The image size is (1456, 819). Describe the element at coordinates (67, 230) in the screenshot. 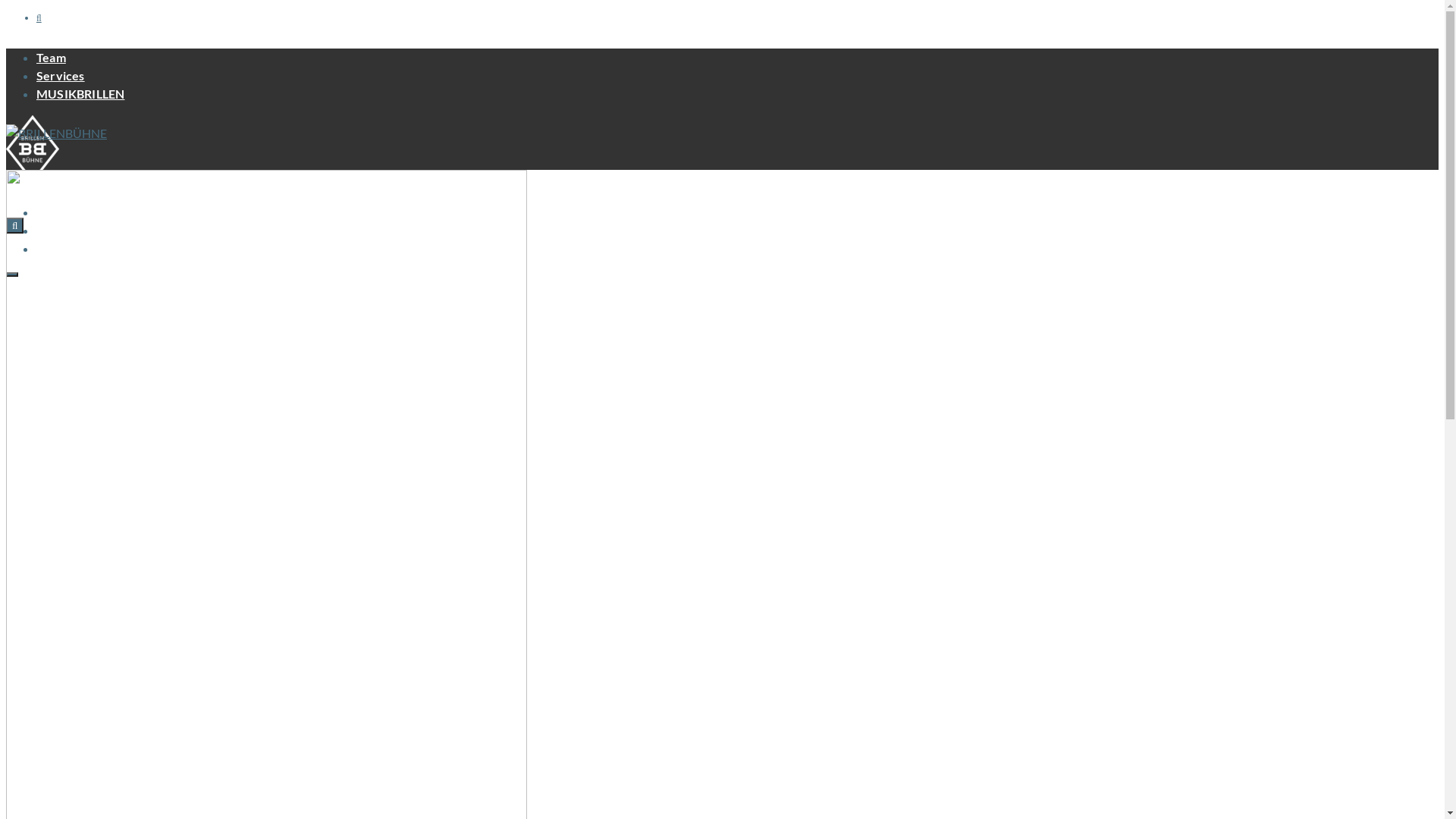

I see `'Sponsoring'` at that location.